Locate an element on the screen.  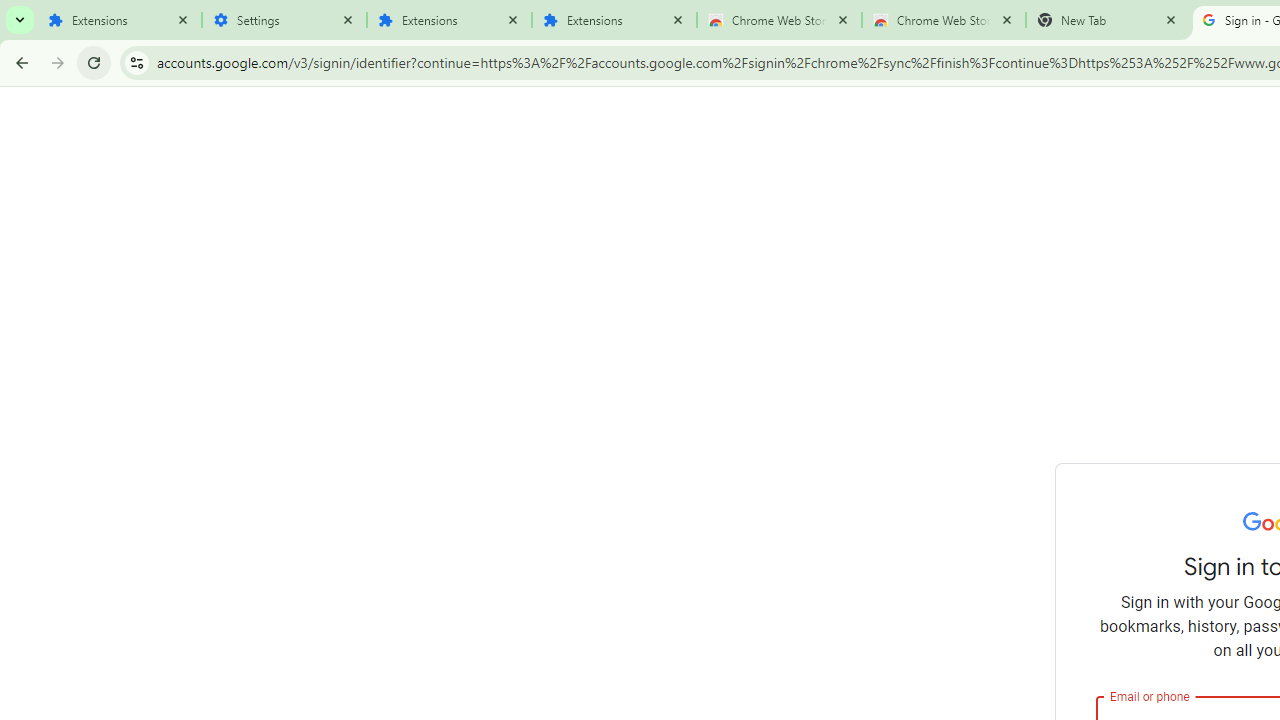
'Extensions' is located at coordinates (118, 20).